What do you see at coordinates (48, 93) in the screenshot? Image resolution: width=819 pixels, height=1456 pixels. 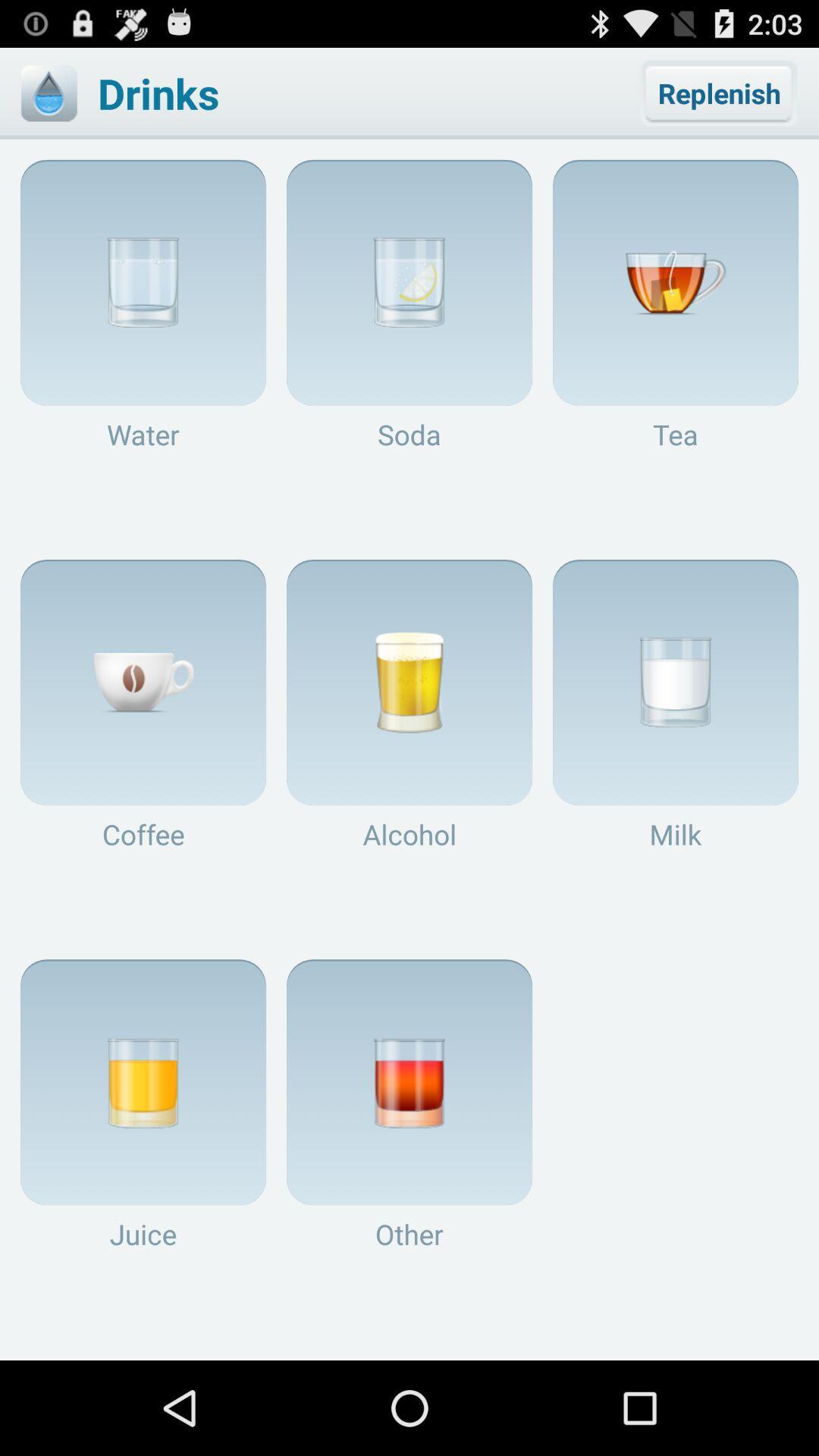 I see `home` at bounding box center [48, 93].